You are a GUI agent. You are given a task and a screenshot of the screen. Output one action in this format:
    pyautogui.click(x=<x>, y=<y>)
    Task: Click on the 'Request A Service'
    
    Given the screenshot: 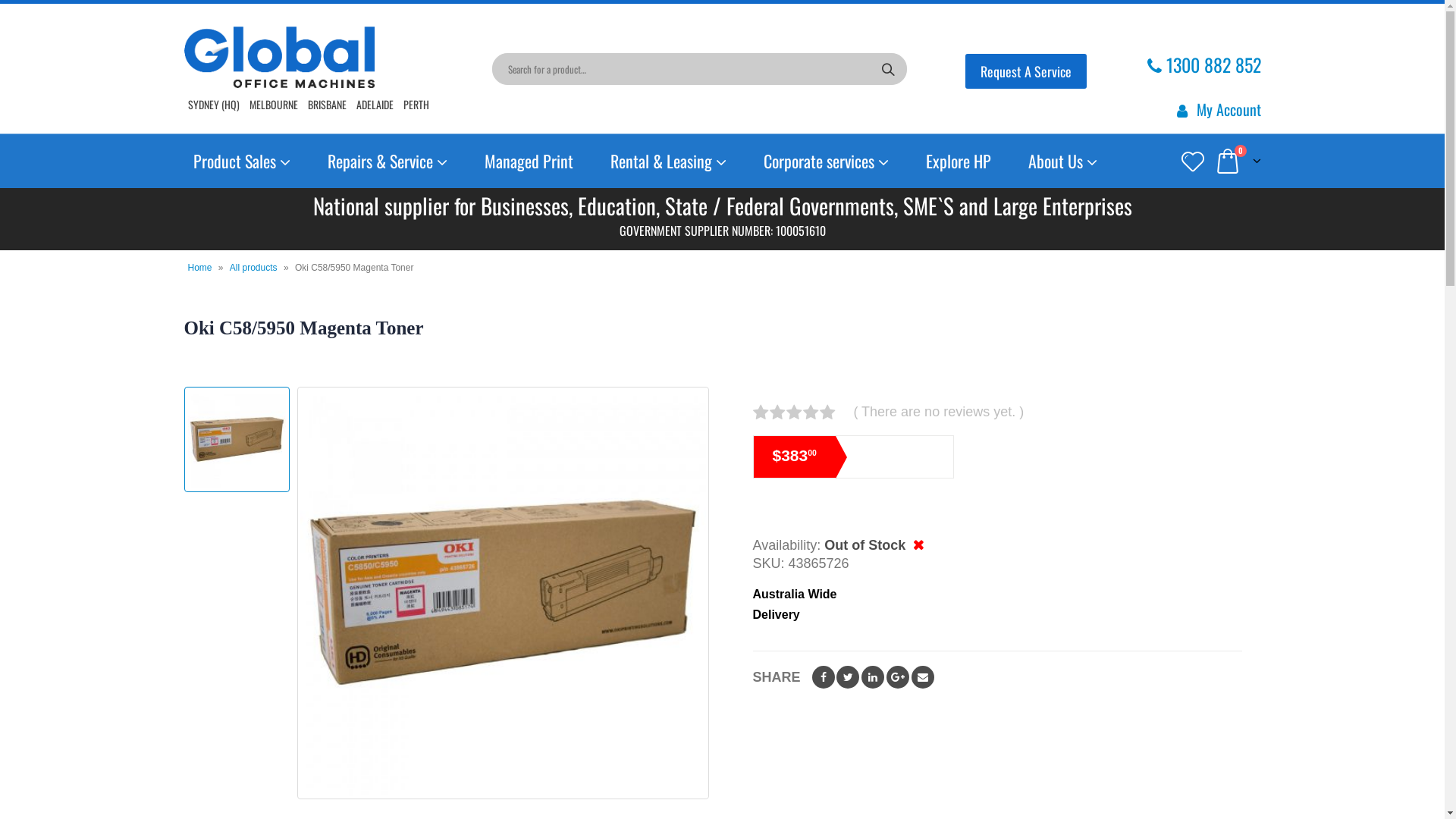 What is the action you would take?
    pyautogui.click(x=1025, y=71)
    